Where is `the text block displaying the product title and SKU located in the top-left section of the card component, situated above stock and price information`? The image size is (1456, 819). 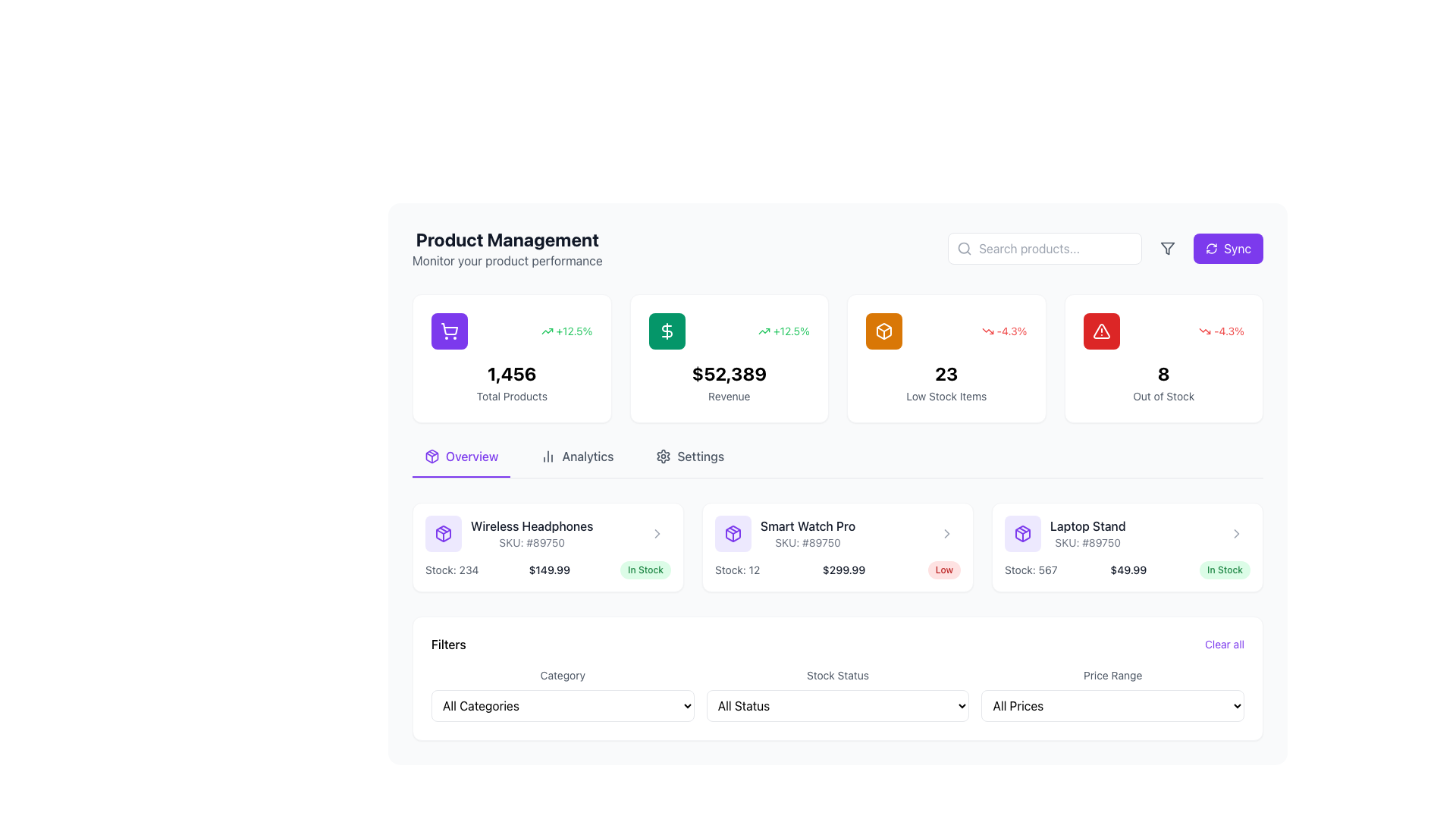 the text block displaying the product title and SKU located in the top-left section of the card component, situated above stock and price information is located at coordinates (548, 533).